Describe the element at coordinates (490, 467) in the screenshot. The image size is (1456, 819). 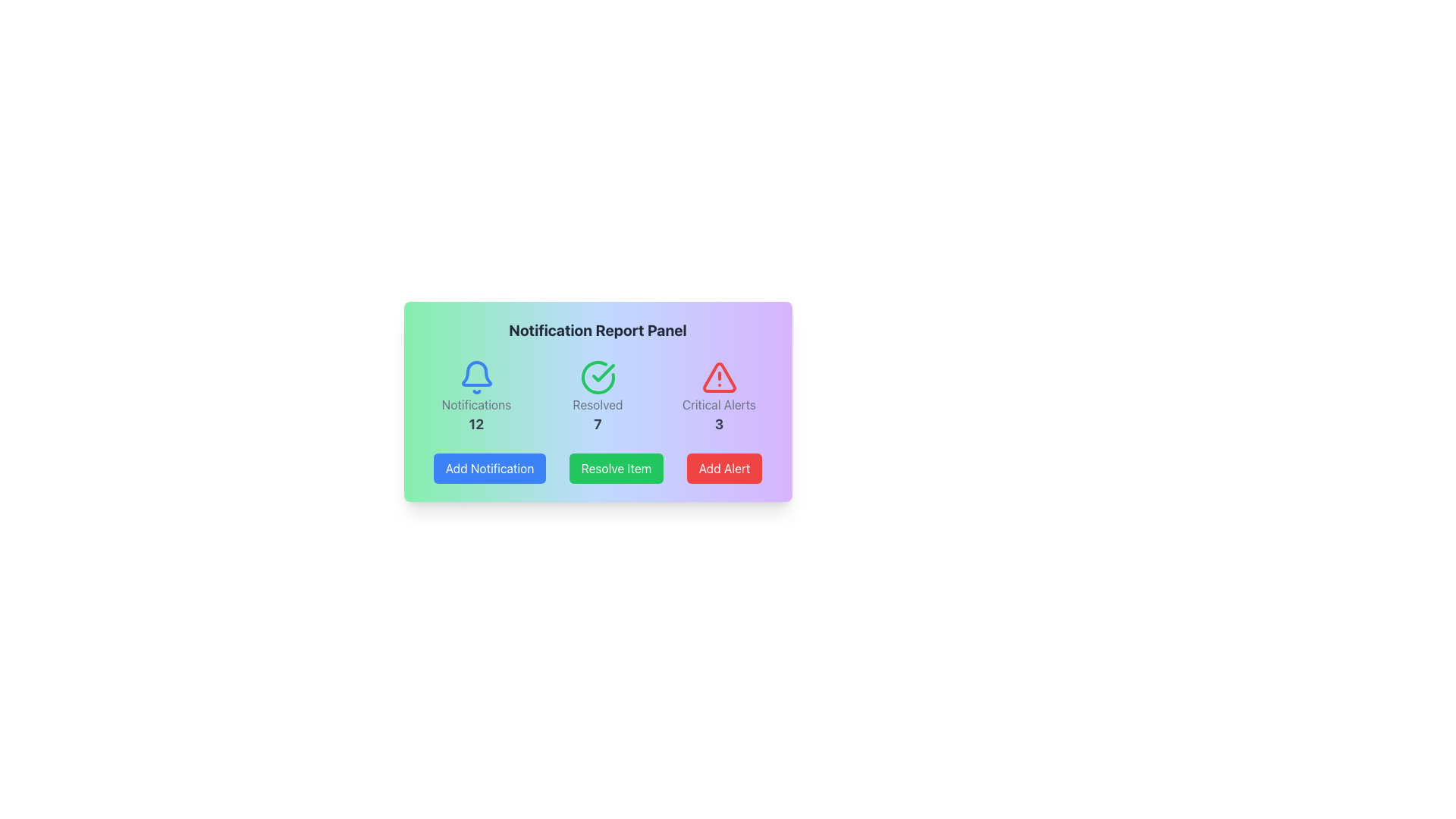
I see `the blue button labeled 'Add Notification' located under the 'Notifications' section of the 'Notification Report Panel'` at that location.